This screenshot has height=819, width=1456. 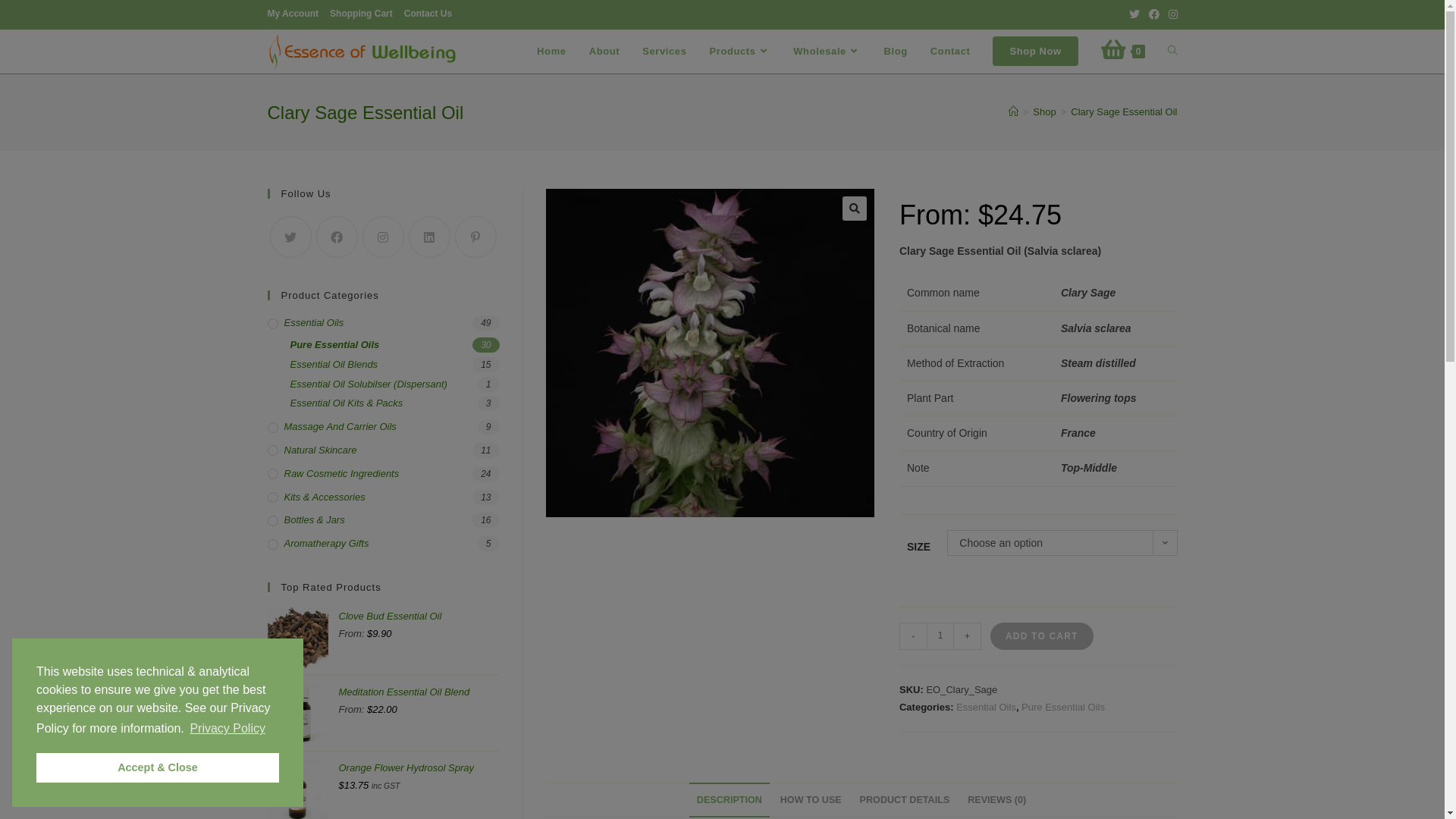 I want to click on 'Privacy Policy', so click(x=226, y=727).